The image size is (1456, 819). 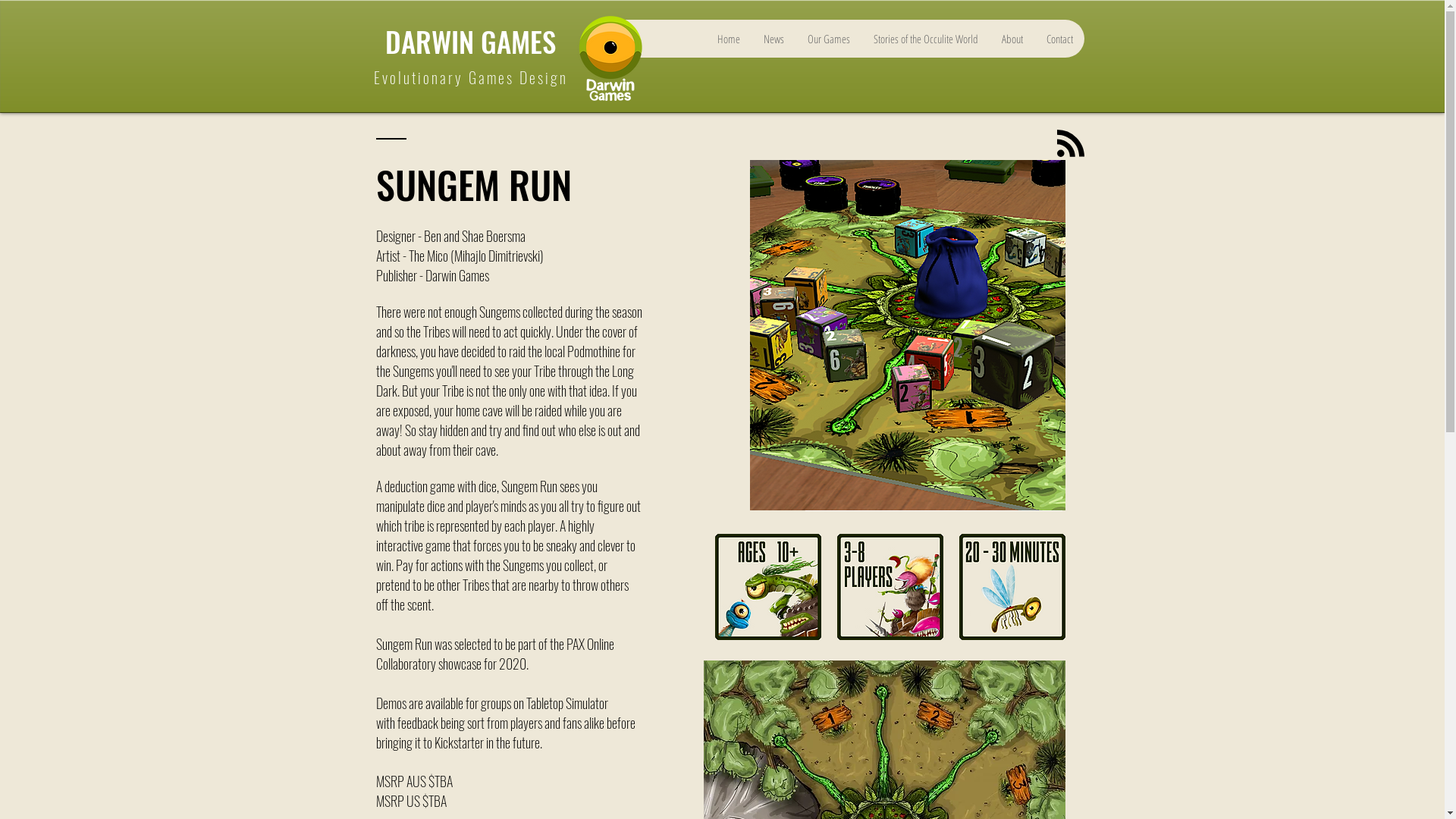 I want to click on 'Evolutionary Games Design', so click(x=469, y=77).